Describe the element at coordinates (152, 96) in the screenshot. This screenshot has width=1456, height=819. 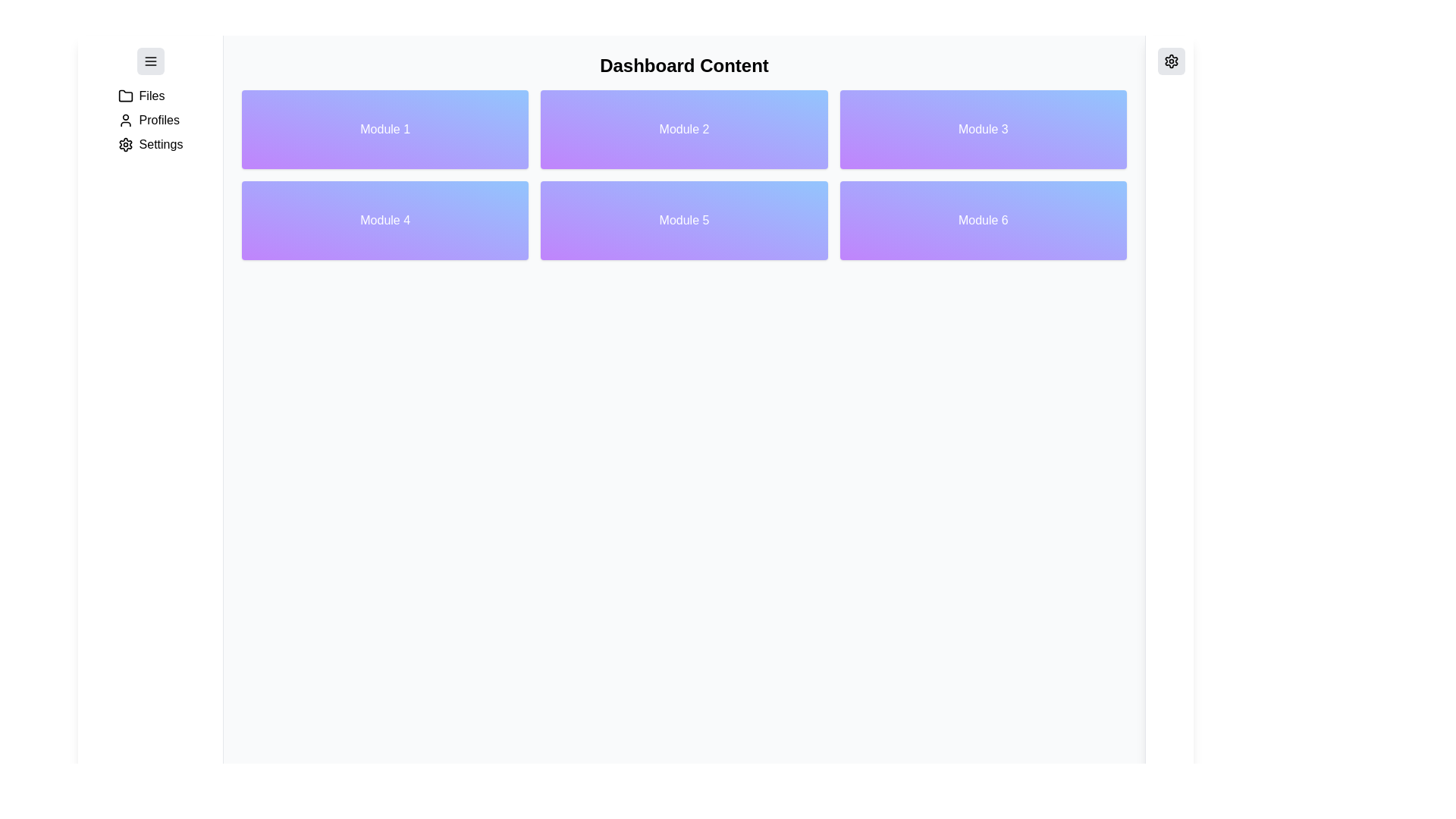
I see `text from the label that says 'Files', which is positioned to the right of a folder icon in the vertical menu` at that location.